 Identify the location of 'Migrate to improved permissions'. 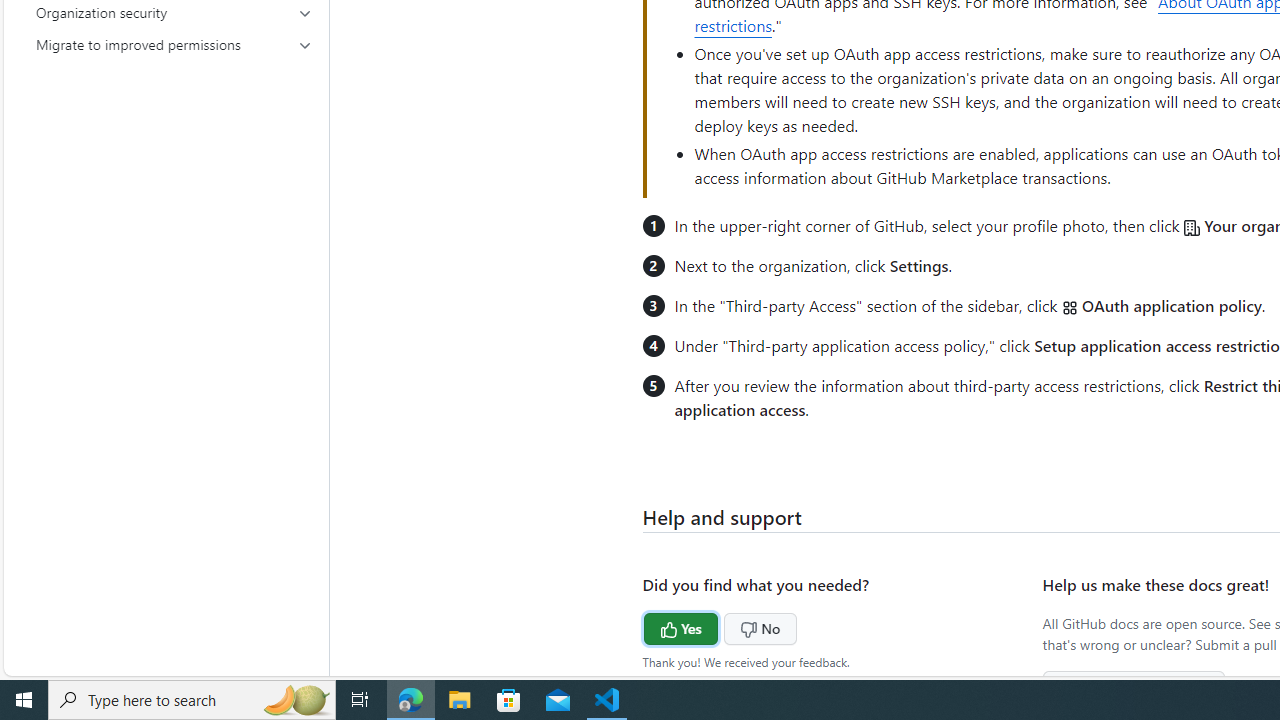
(174, 45).